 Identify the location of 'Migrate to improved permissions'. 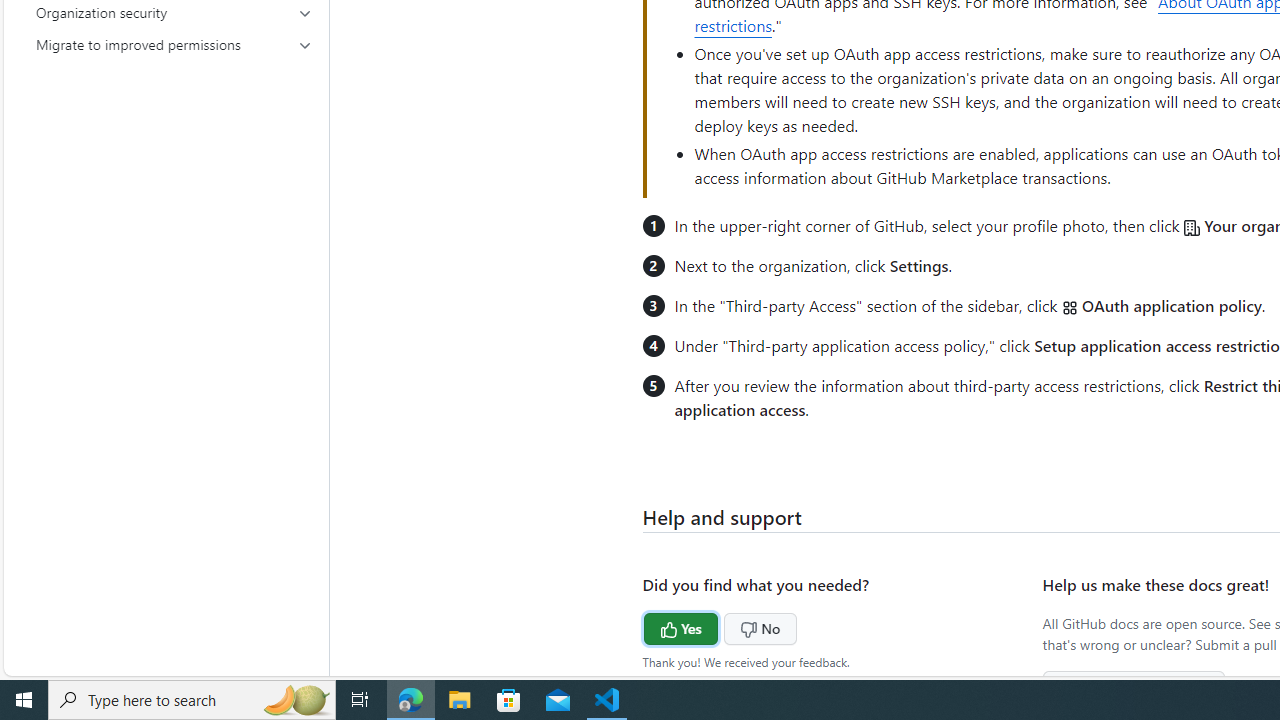
(174, 45).